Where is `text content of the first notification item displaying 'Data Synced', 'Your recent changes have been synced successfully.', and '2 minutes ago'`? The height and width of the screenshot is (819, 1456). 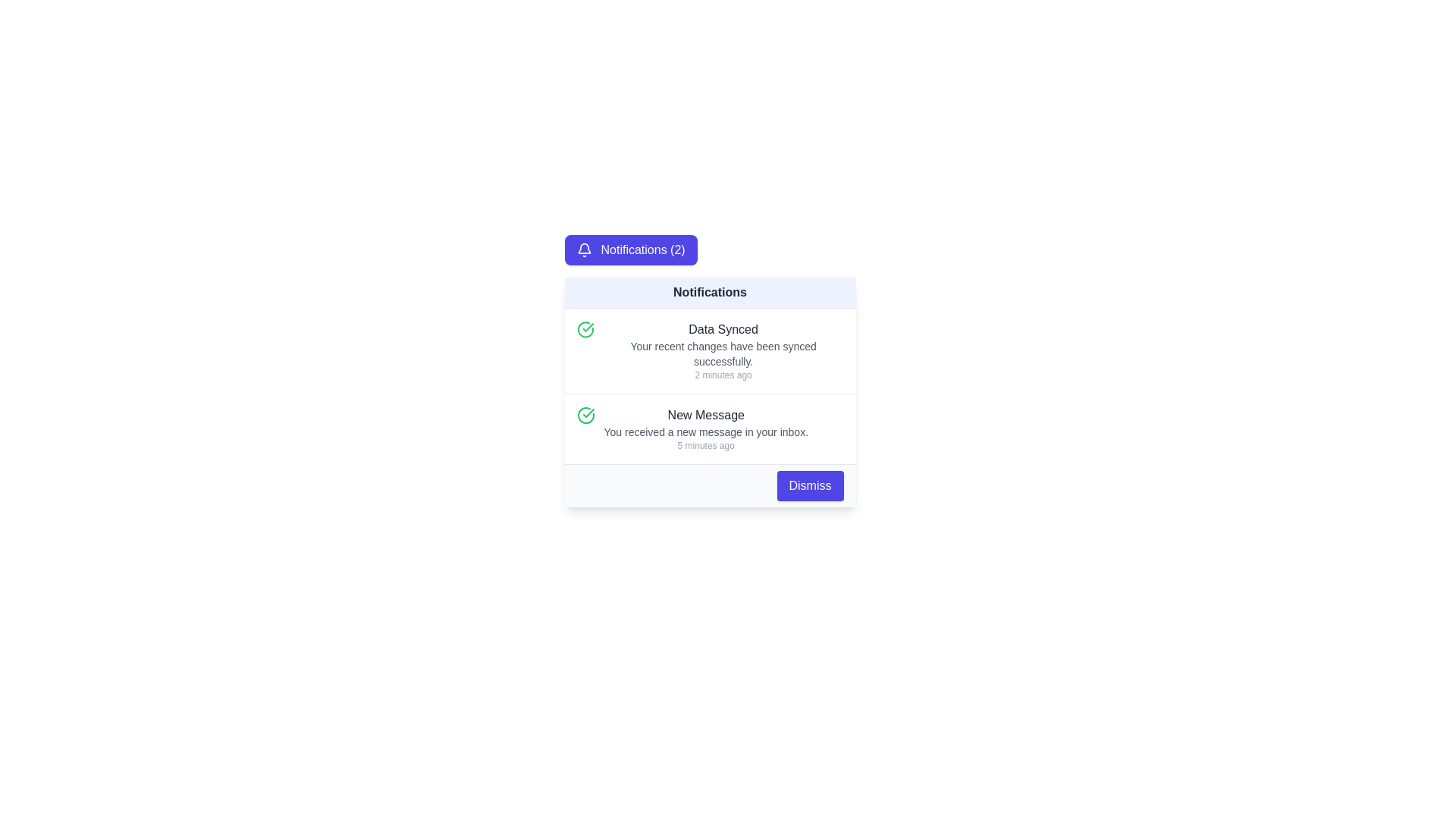
text content of the first notification item displaying 'Data Synced', 'Your recent changes have been synced successfully.', and '2 minutes ago' is located at coordinates (723, 350).